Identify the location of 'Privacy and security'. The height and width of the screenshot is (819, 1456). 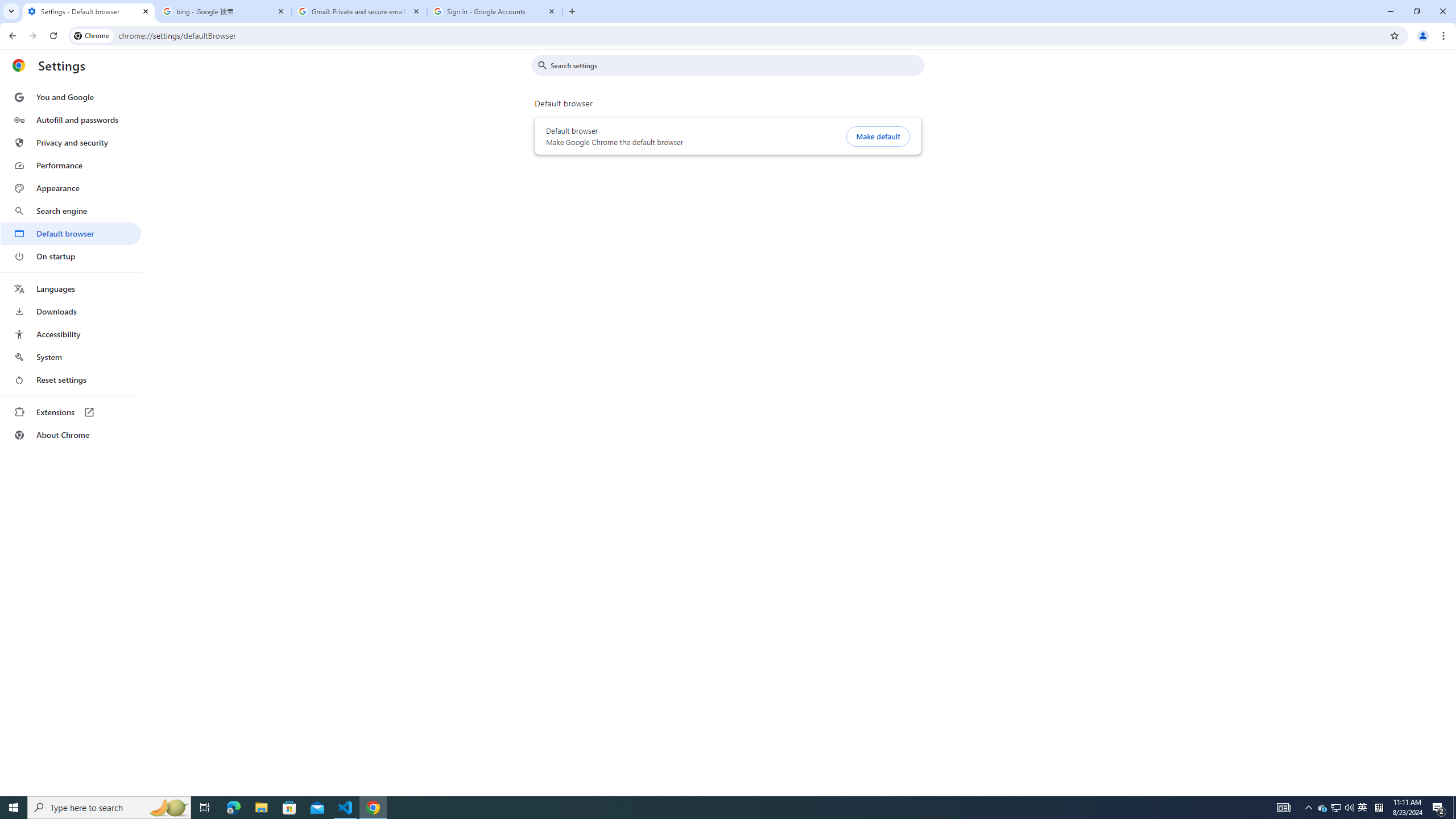
(70, 142).